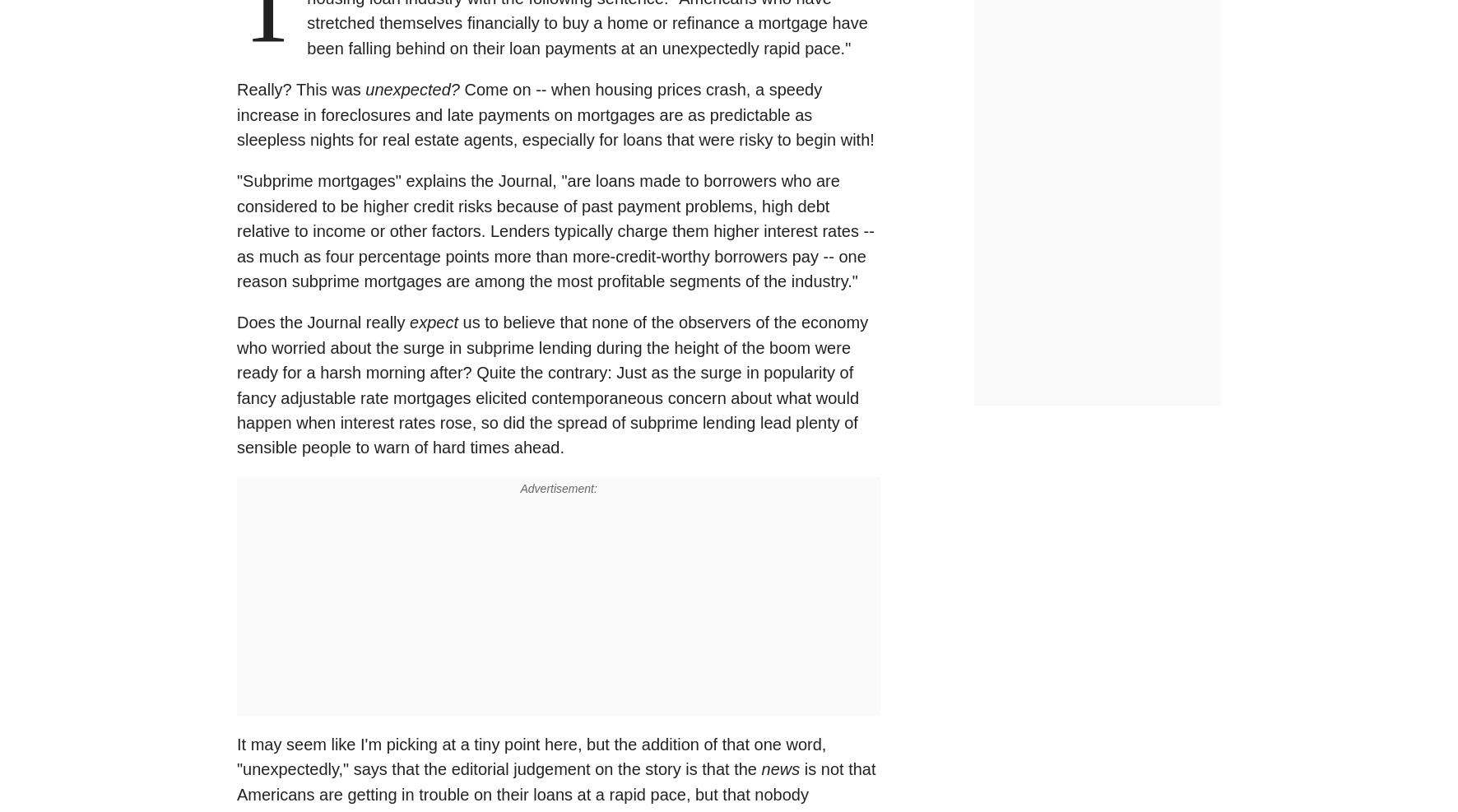 The width and height of the screenshot is (1458, 812). What do you see at coordinates (532, 756) in the screenshot?
I see `'It may seem like I'm picking at a tiny point here, but the addition of that one word, "unexpectedly," says that the editorial judgement on the story is that the'` at bounding box center [532, 756].